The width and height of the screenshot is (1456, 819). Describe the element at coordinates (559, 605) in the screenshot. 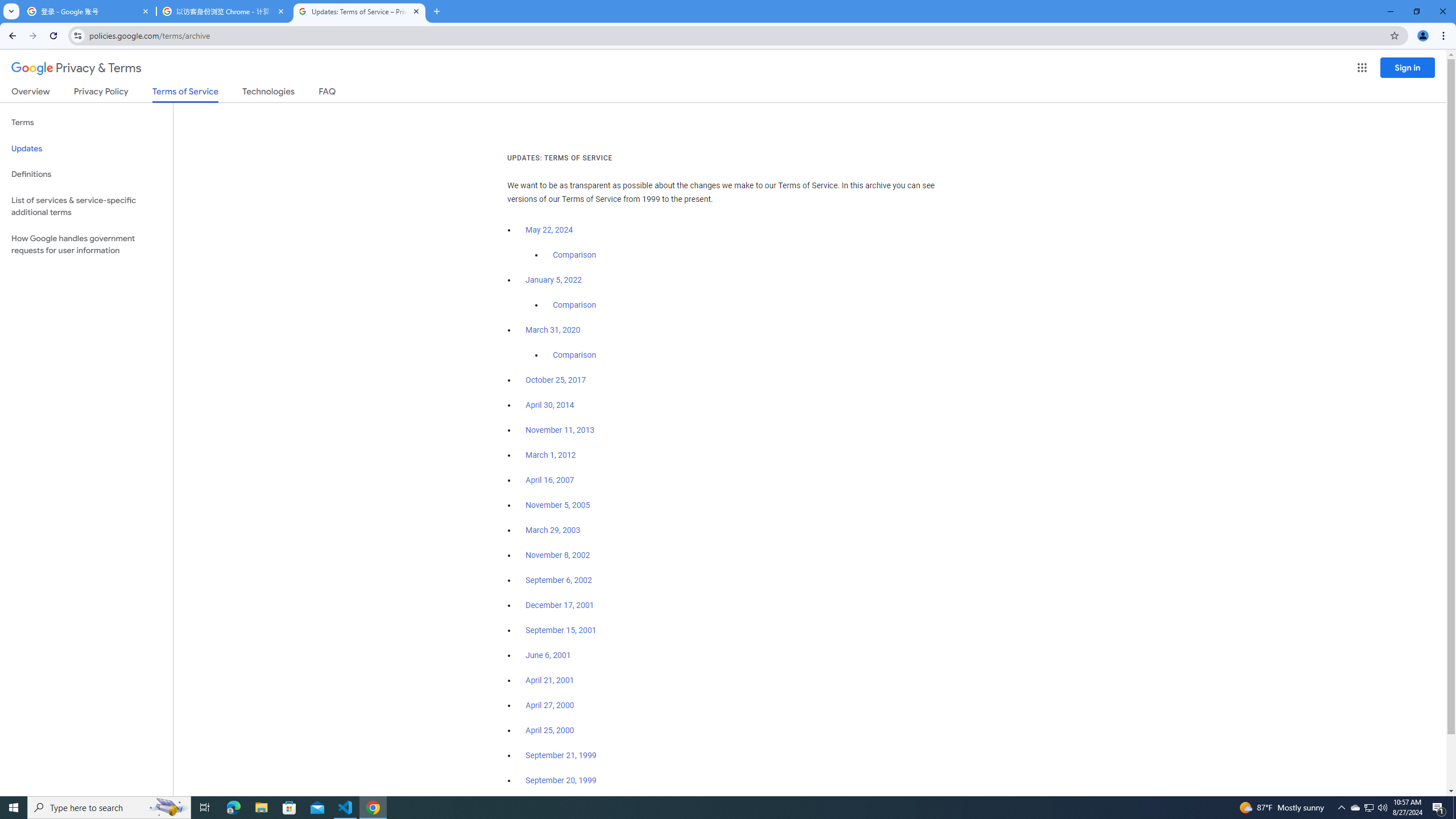

I see `'December 17, 2001'` at that location.